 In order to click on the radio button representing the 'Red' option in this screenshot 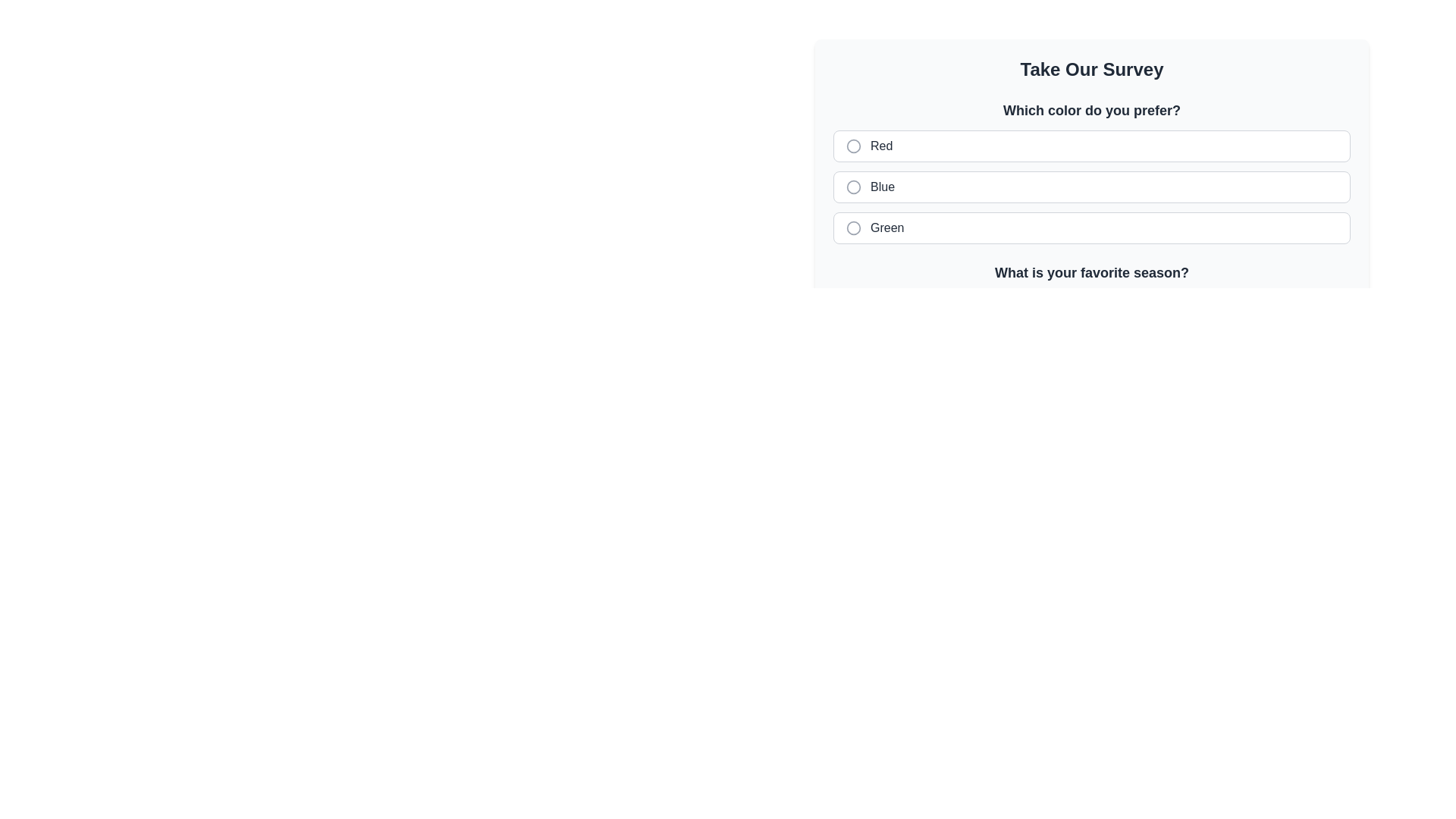, I will do `click(854, 146)`.